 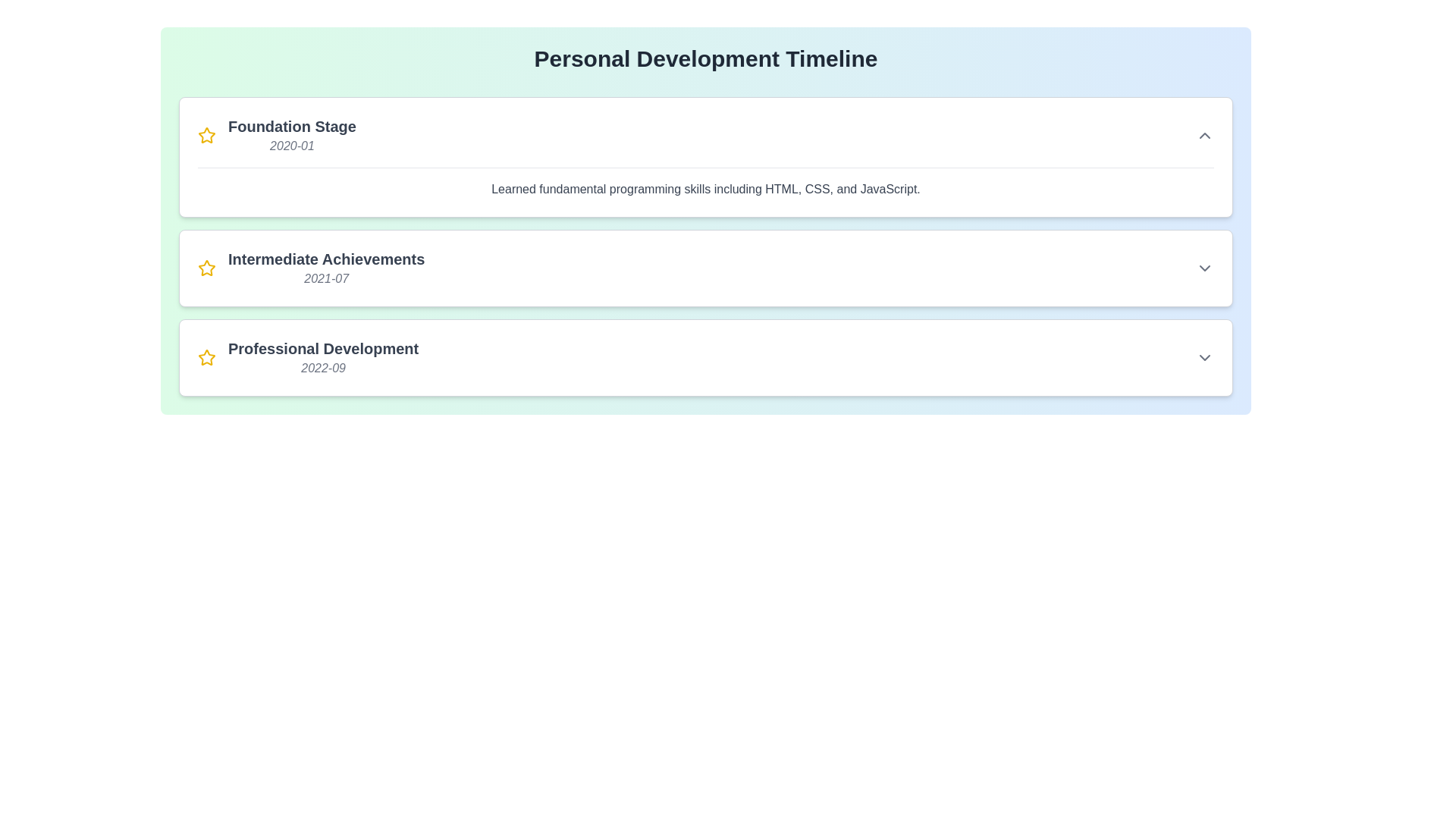 I want to click on the star icon in the 'Foundation Stage' row of the timeline, which serves as a visual marker indicating its importance or status, so click(x=206, y=134).